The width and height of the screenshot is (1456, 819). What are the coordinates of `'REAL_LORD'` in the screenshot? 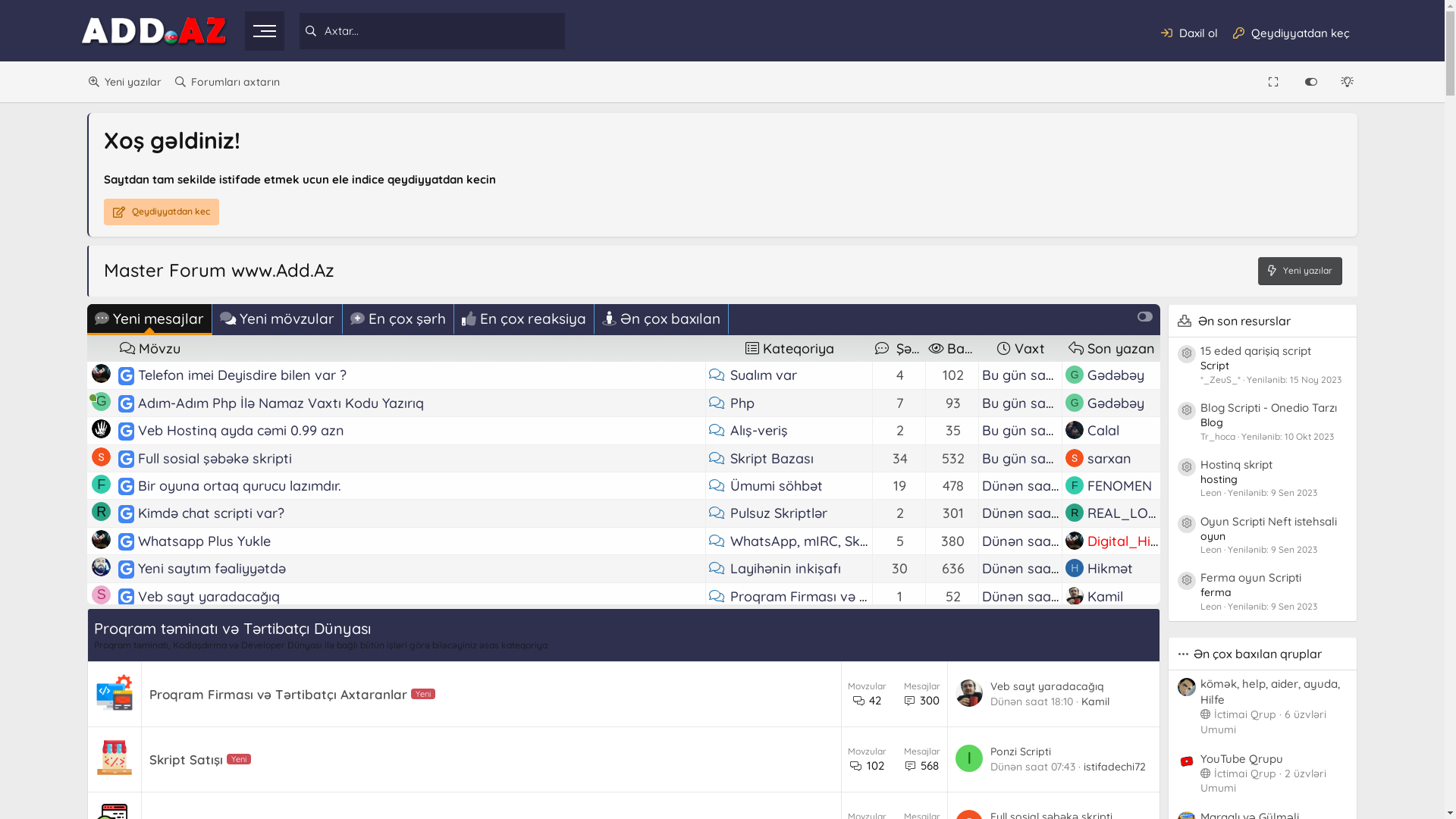 It's located at (1127, 512).